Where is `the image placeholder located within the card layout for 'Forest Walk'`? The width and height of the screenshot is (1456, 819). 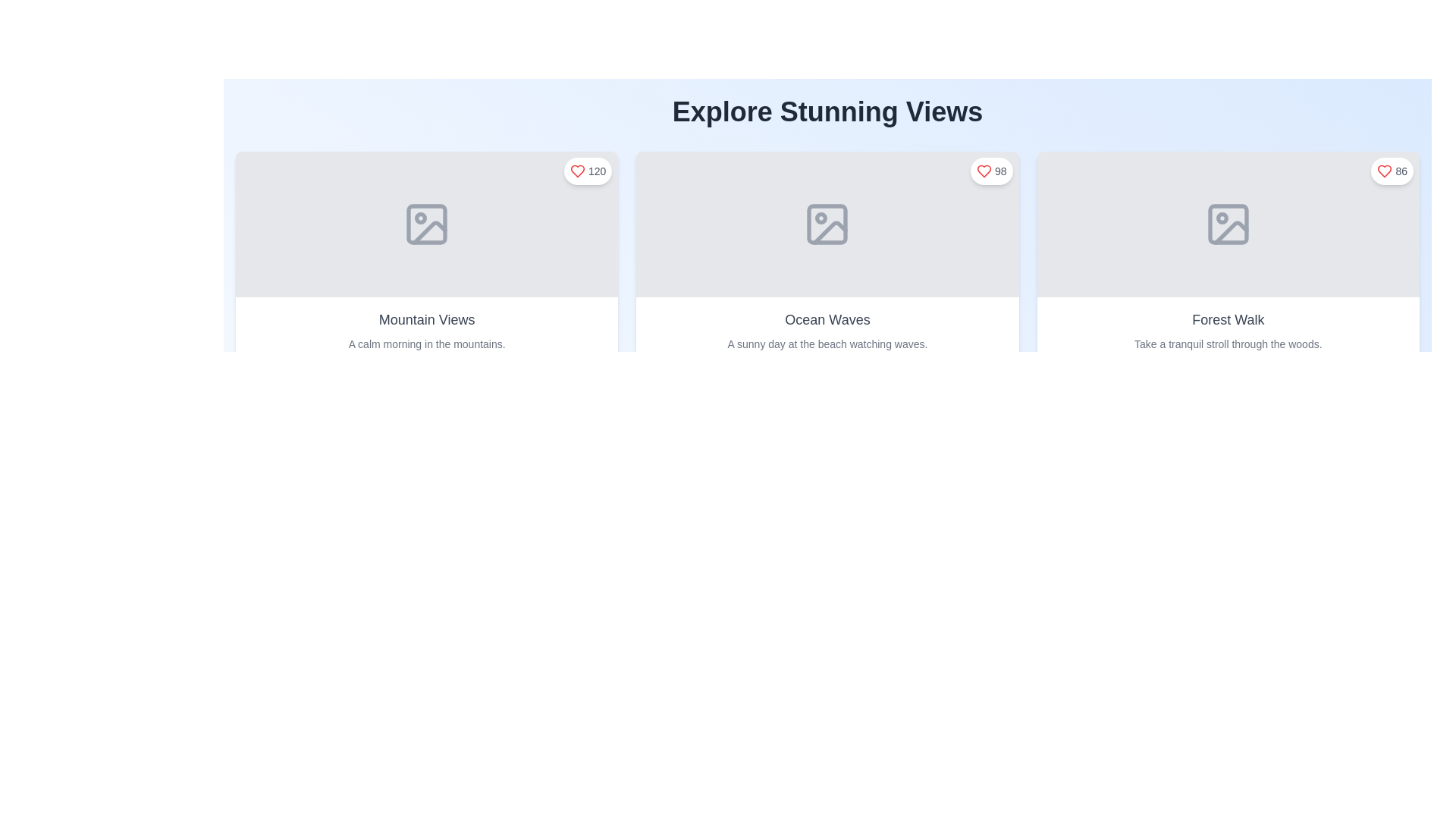
the image placeholder located within the card layout for 'Forest Walk' is located at coordinates (1228, 224).